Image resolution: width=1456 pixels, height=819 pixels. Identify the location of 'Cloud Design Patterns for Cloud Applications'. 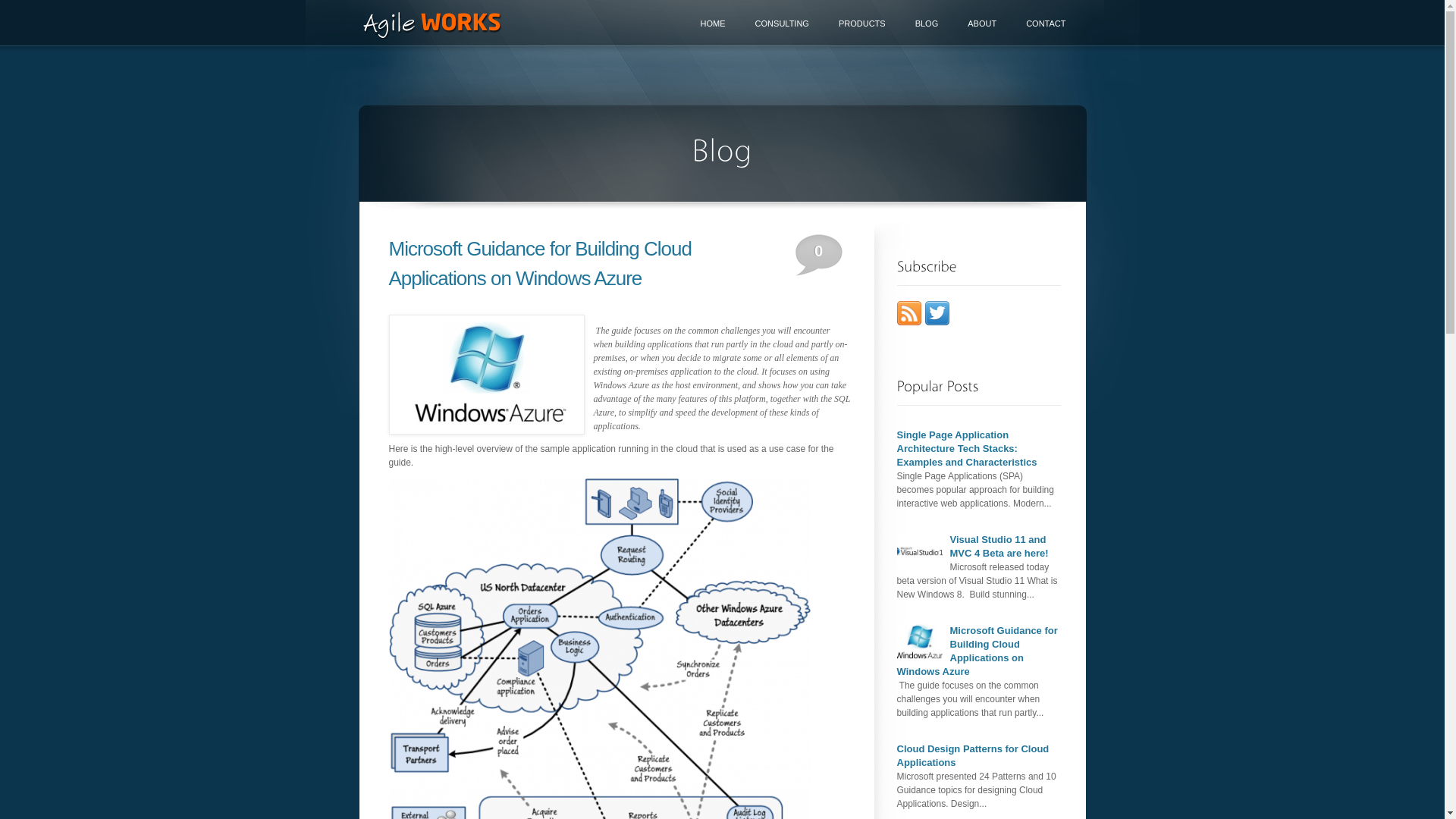
(972, 755).